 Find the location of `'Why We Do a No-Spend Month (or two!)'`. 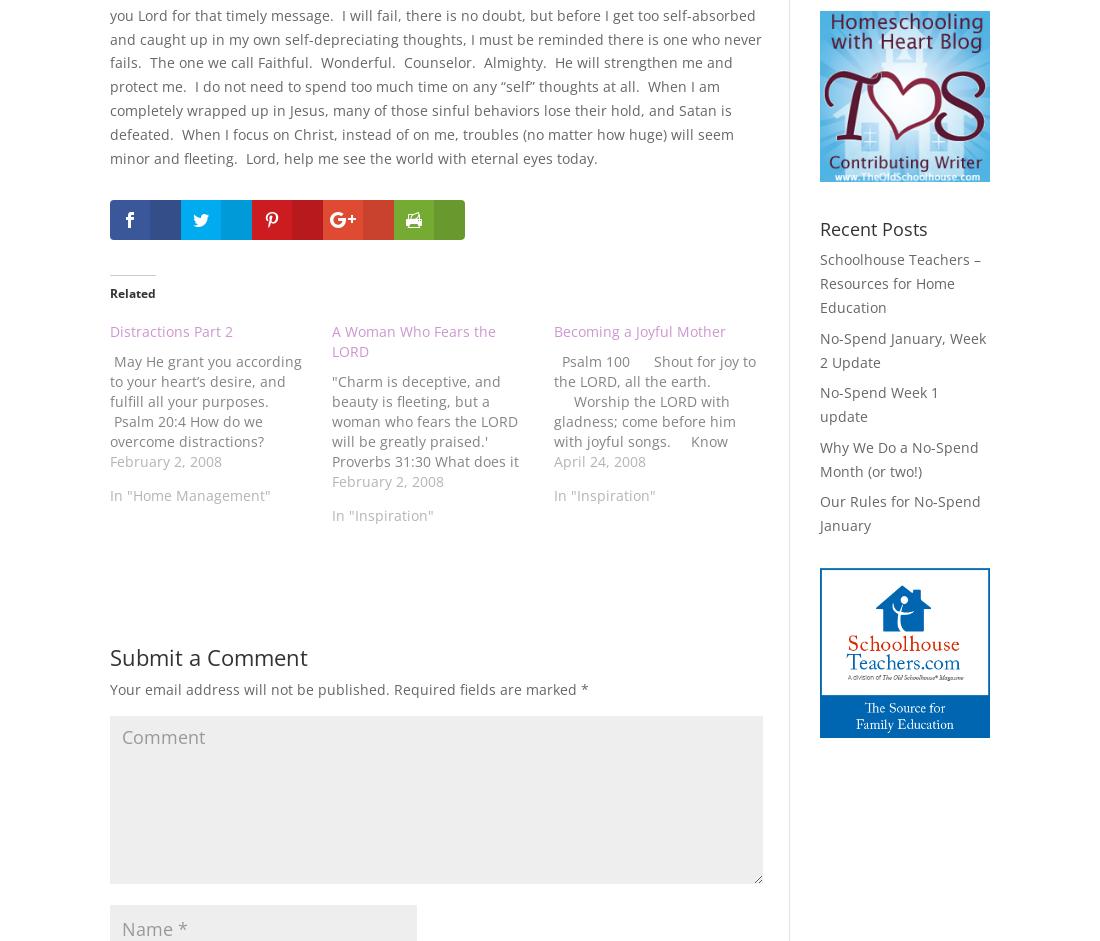

'Why We Do a No-Spend Month (or two!)' is located at coordinates (898, 458).